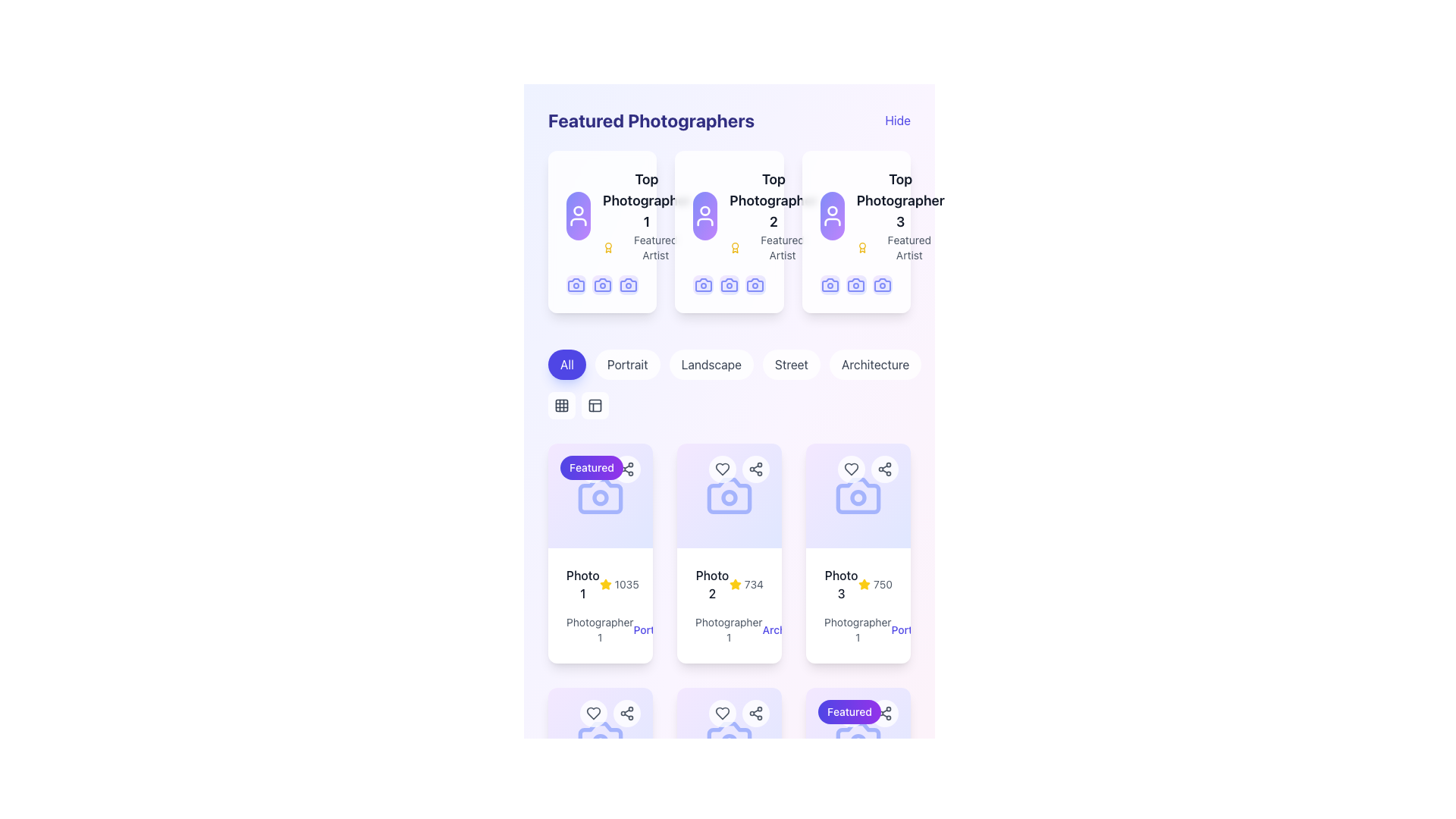  What do you see at coordinates (729, 739) in the screenshot?
I see `the camera icon with a light indigo color located in the second row, second column of the grid` at bounding box center [729, 739].